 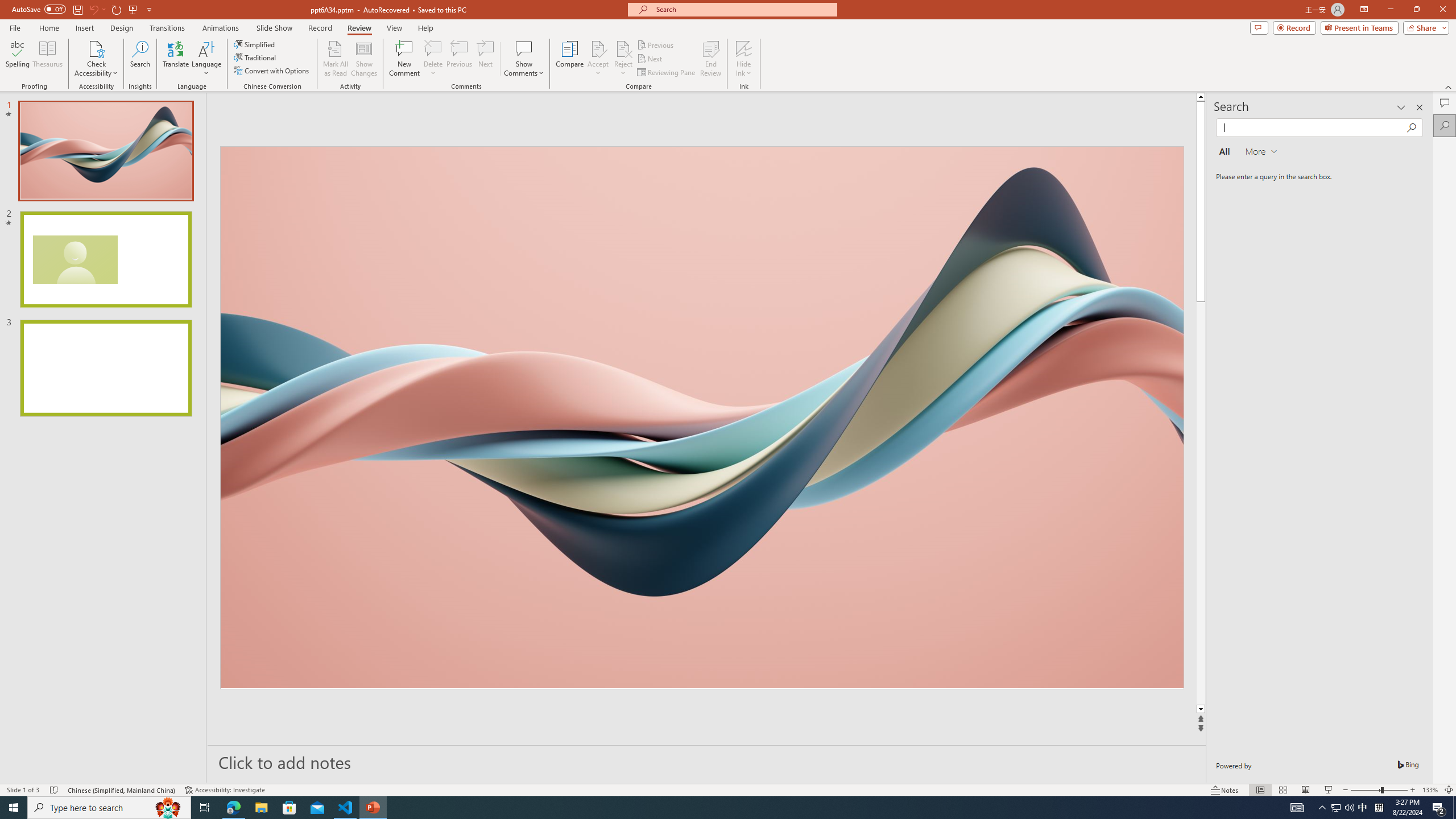 What do you see at coordinates (403, 59) in the screenshot?
I see `'New Comment'` at bounding box center [403, 59].